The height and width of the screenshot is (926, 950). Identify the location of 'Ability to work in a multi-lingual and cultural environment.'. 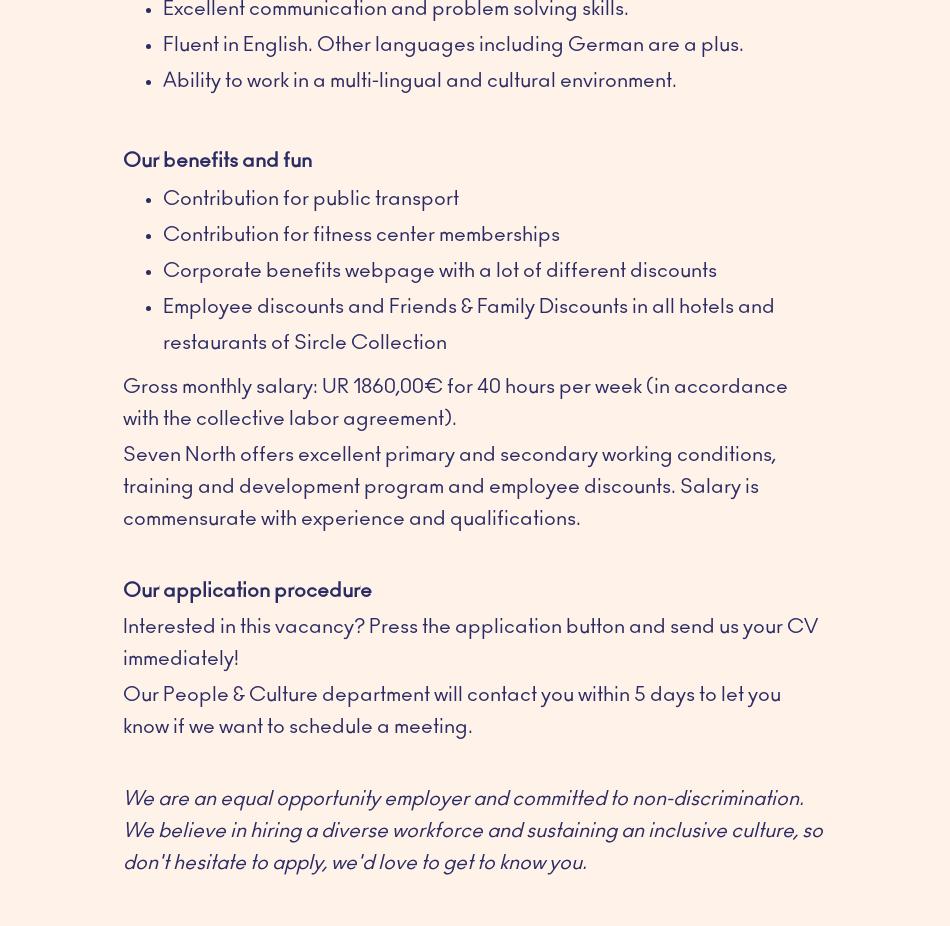
(418, 79).